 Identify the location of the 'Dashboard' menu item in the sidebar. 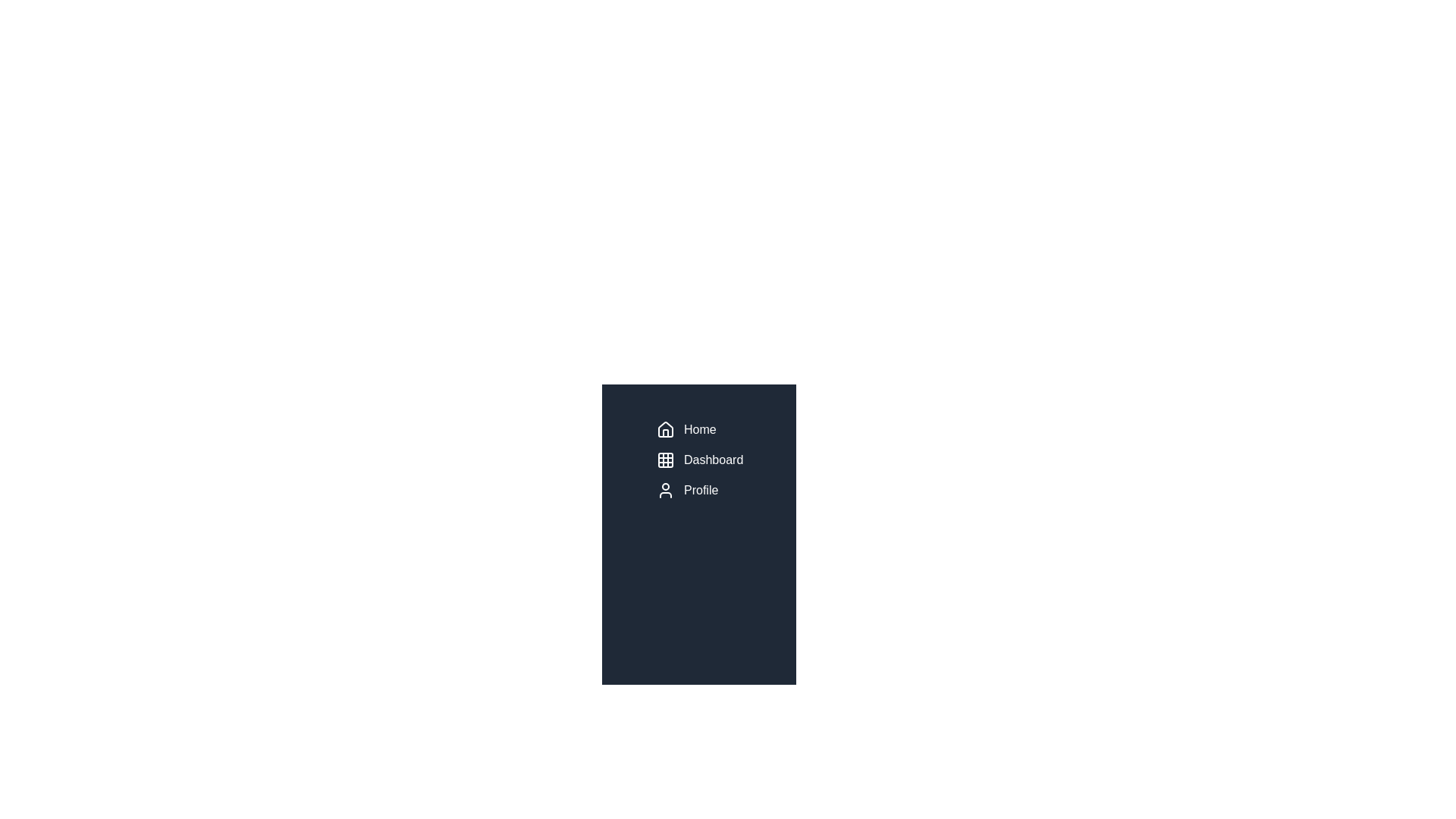
(698, 459).